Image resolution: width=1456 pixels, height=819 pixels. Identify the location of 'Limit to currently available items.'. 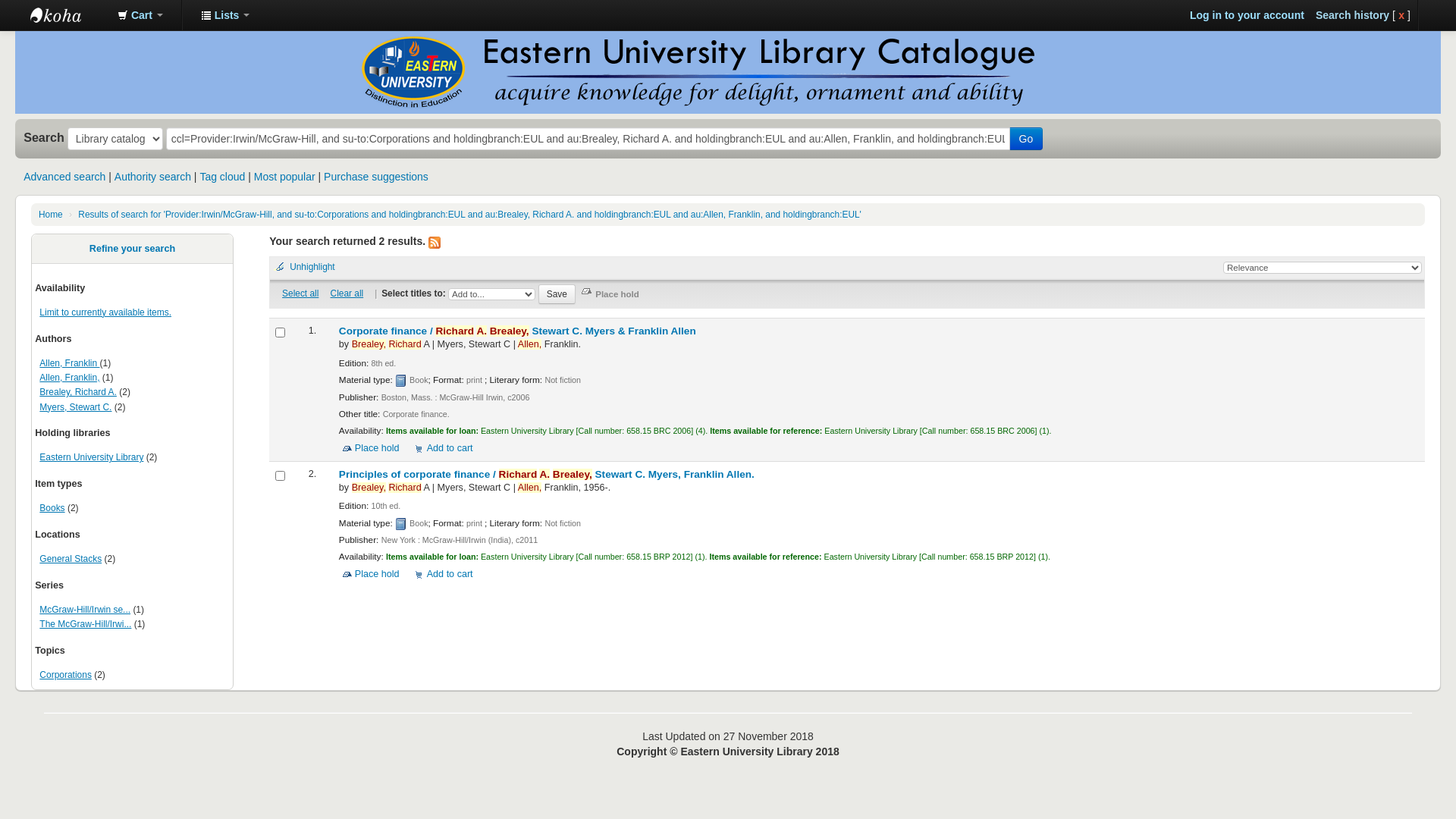
(105, 312).